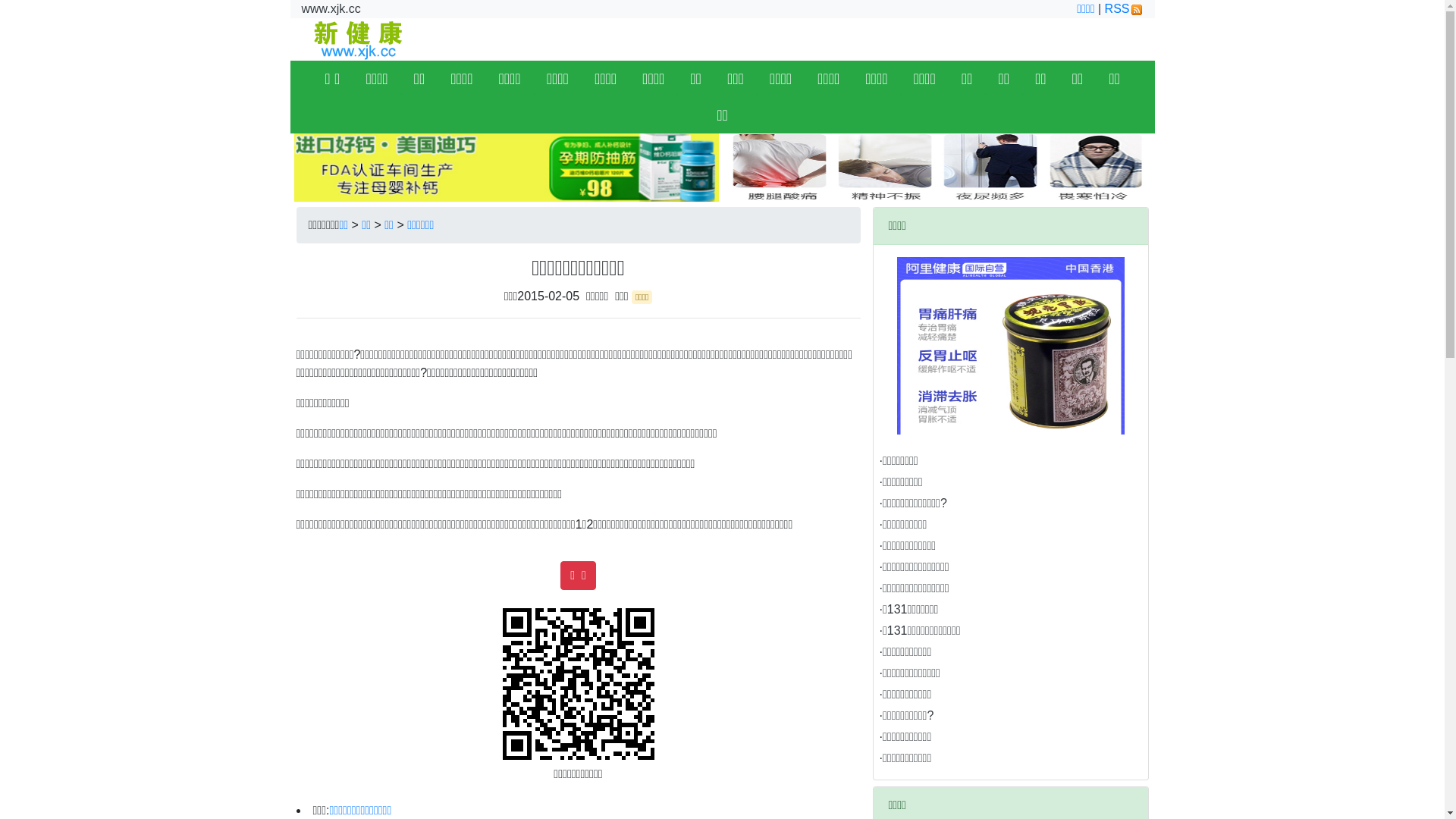 The height and width of the screenshot is (819, 1456). I want to click on 'RSS', so click(1124, 8).